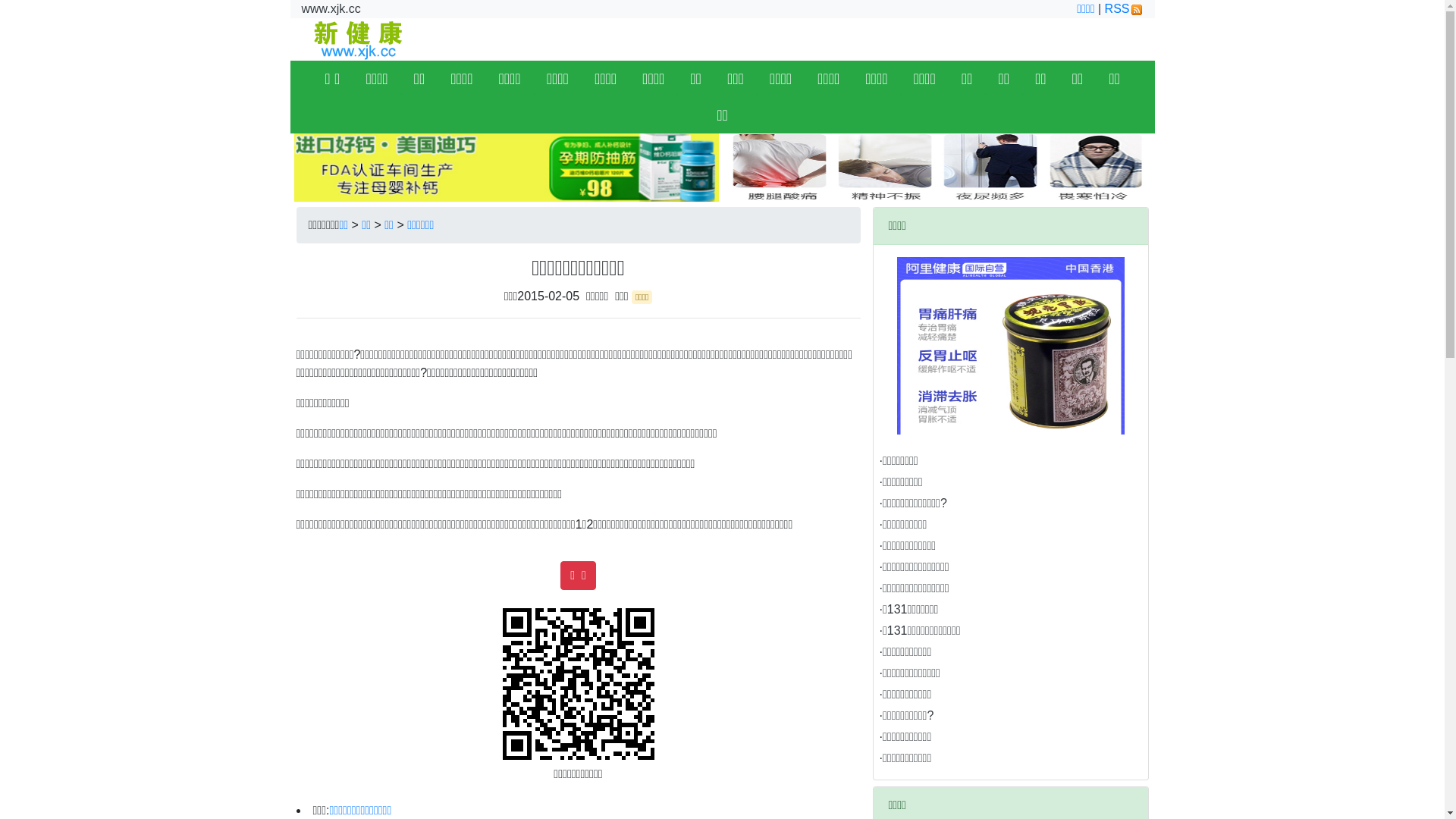 The height and width of the screenshot is (819, 1456). I want to click on 'RSS', so click(1124, 8).